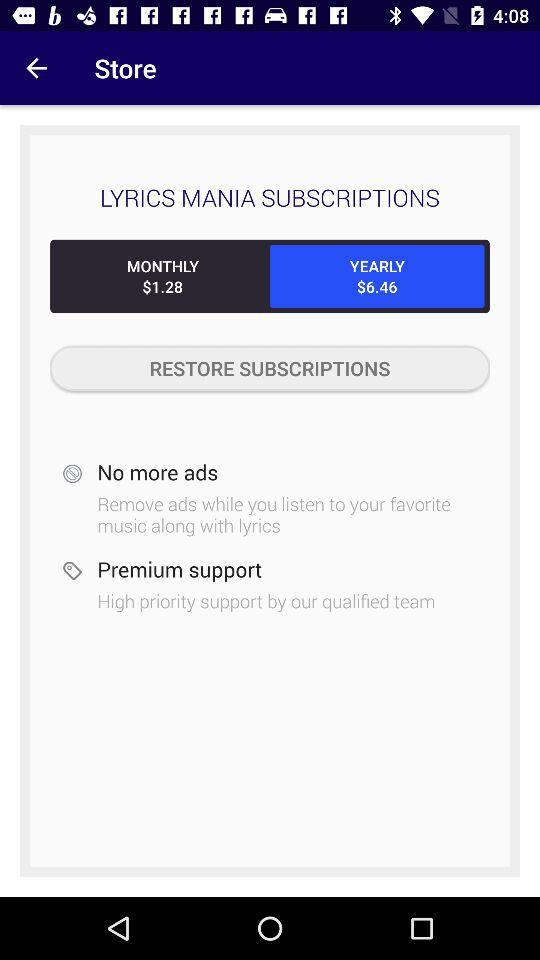 The image size is (540, 960). What do you see at coordinates (36, 68) in the screenshot?
I see `item to the left of the store item` at bounding box center [36, 68].